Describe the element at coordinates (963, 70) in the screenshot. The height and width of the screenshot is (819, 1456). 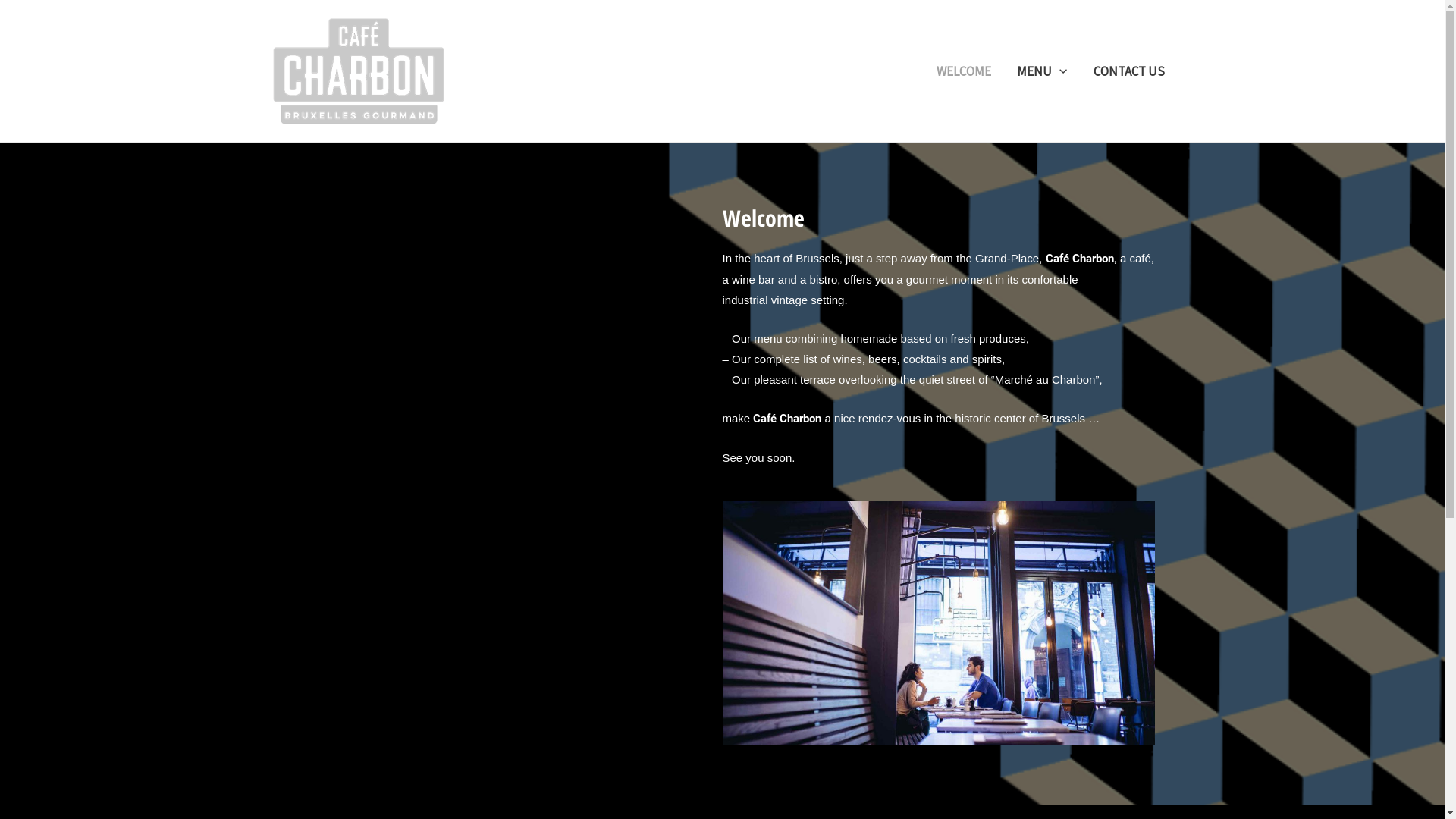
I see `'WELCOME'` at that location.